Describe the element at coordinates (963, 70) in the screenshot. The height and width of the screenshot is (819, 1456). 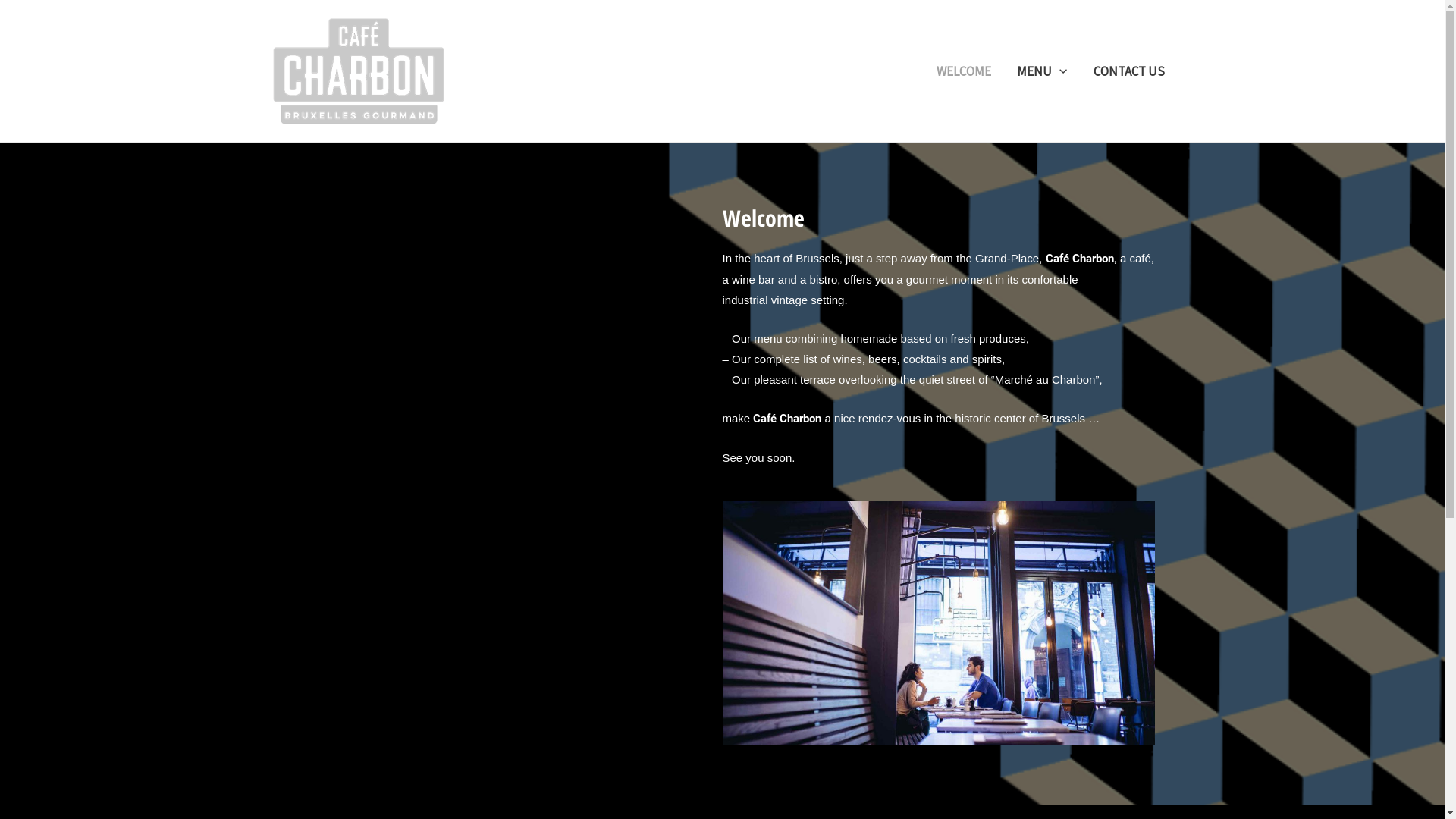
I see `'WELCOME'` at that location.